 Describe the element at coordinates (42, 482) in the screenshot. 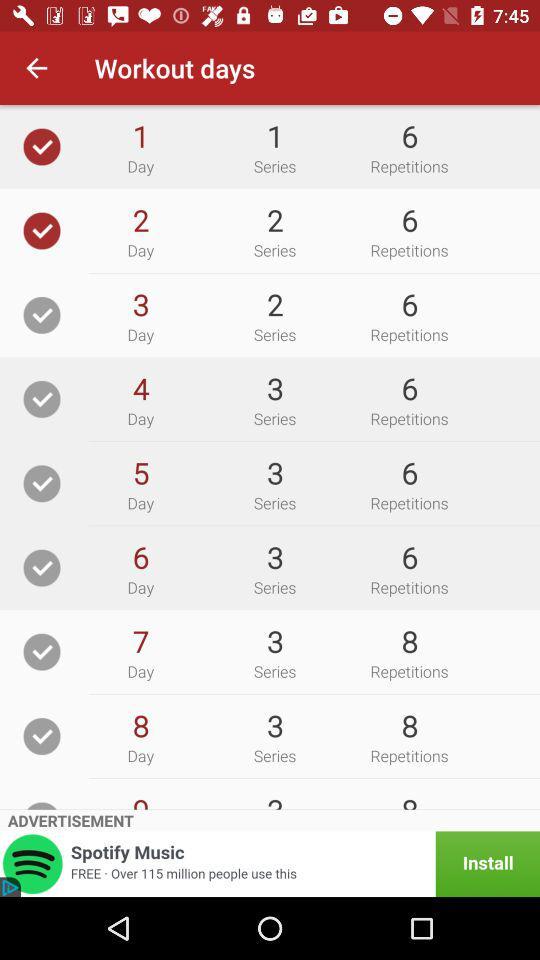

I see `mark completed` at that location.